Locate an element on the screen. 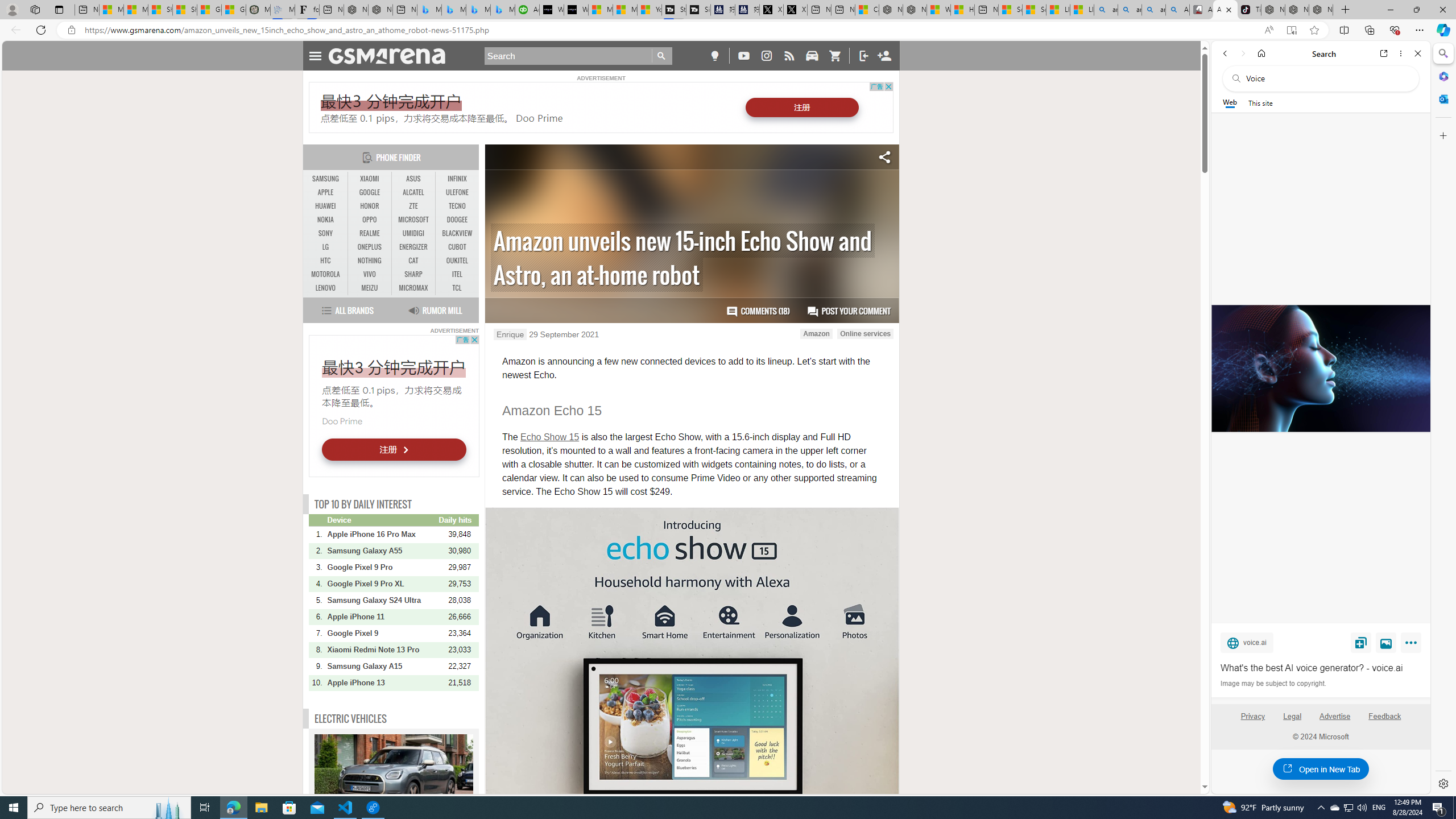 The height and width of the screenshot is (819, 1456). 'SAMSUNG' is located at coordinates (325, 179).